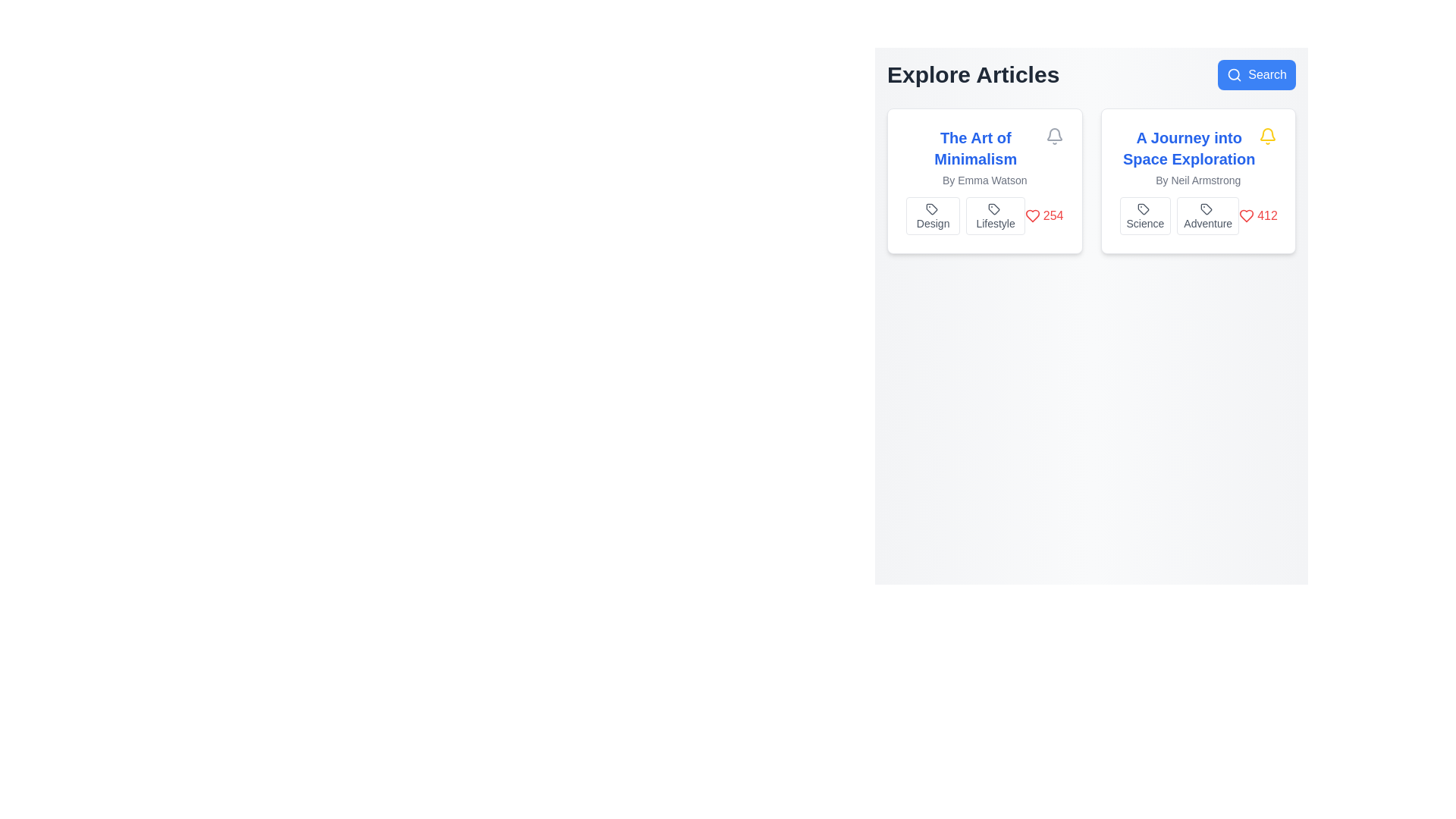  What do you see at coordinates (1258, 216) in the screenshot?
I see `the 'likes' counter element located within the 'A Journey into Space Exploration' card, positioned beneath the 'Adventure' tag in the bottom-right corner` at bounding box center [1258, 216].